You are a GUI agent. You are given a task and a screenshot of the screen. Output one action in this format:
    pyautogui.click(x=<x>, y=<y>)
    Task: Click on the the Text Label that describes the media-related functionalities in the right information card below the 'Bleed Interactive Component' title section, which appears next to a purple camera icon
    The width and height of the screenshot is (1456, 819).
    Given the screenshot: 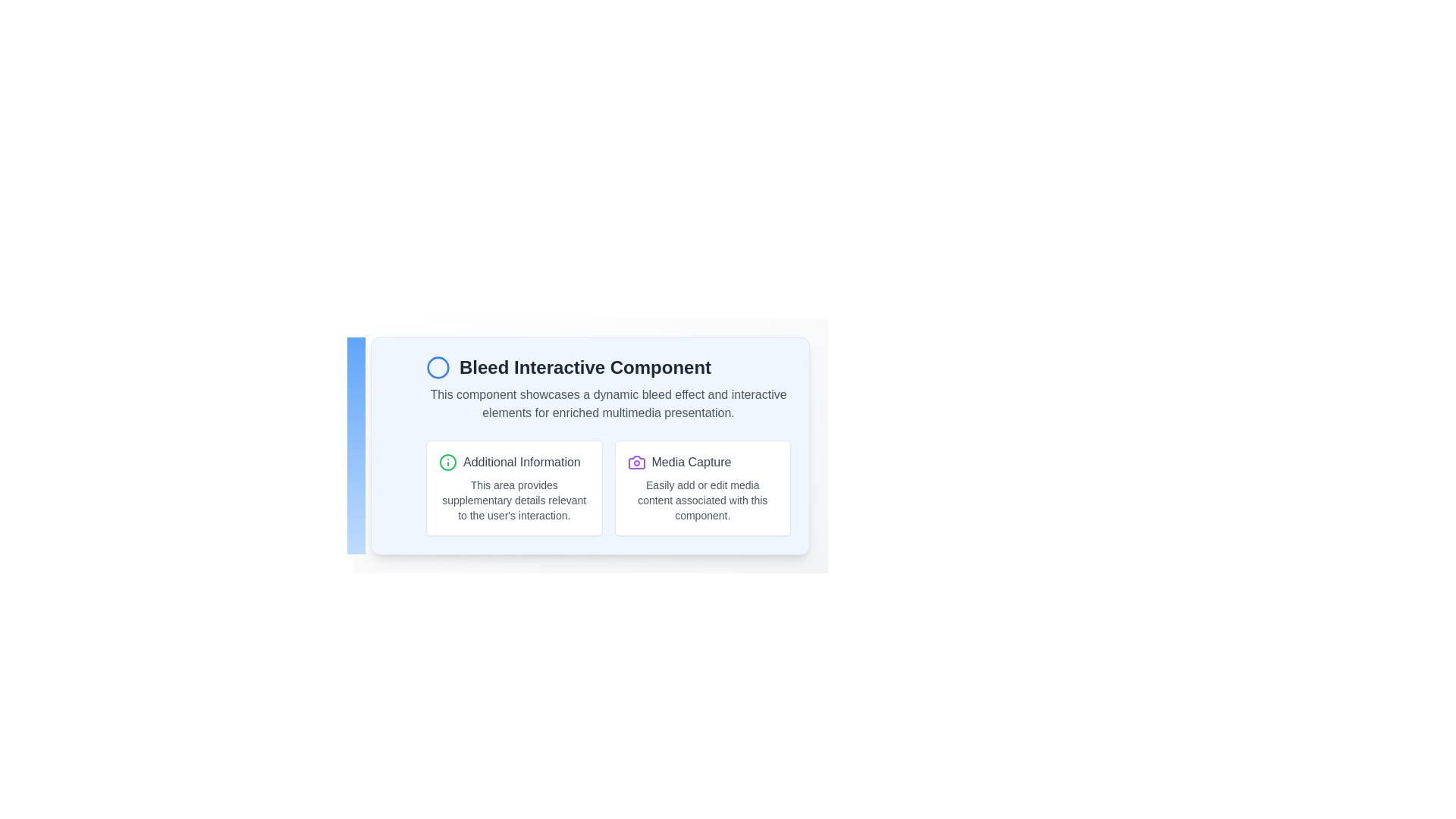 What is the action you would take?
    pyautogui.click(x=691, y=461)
    